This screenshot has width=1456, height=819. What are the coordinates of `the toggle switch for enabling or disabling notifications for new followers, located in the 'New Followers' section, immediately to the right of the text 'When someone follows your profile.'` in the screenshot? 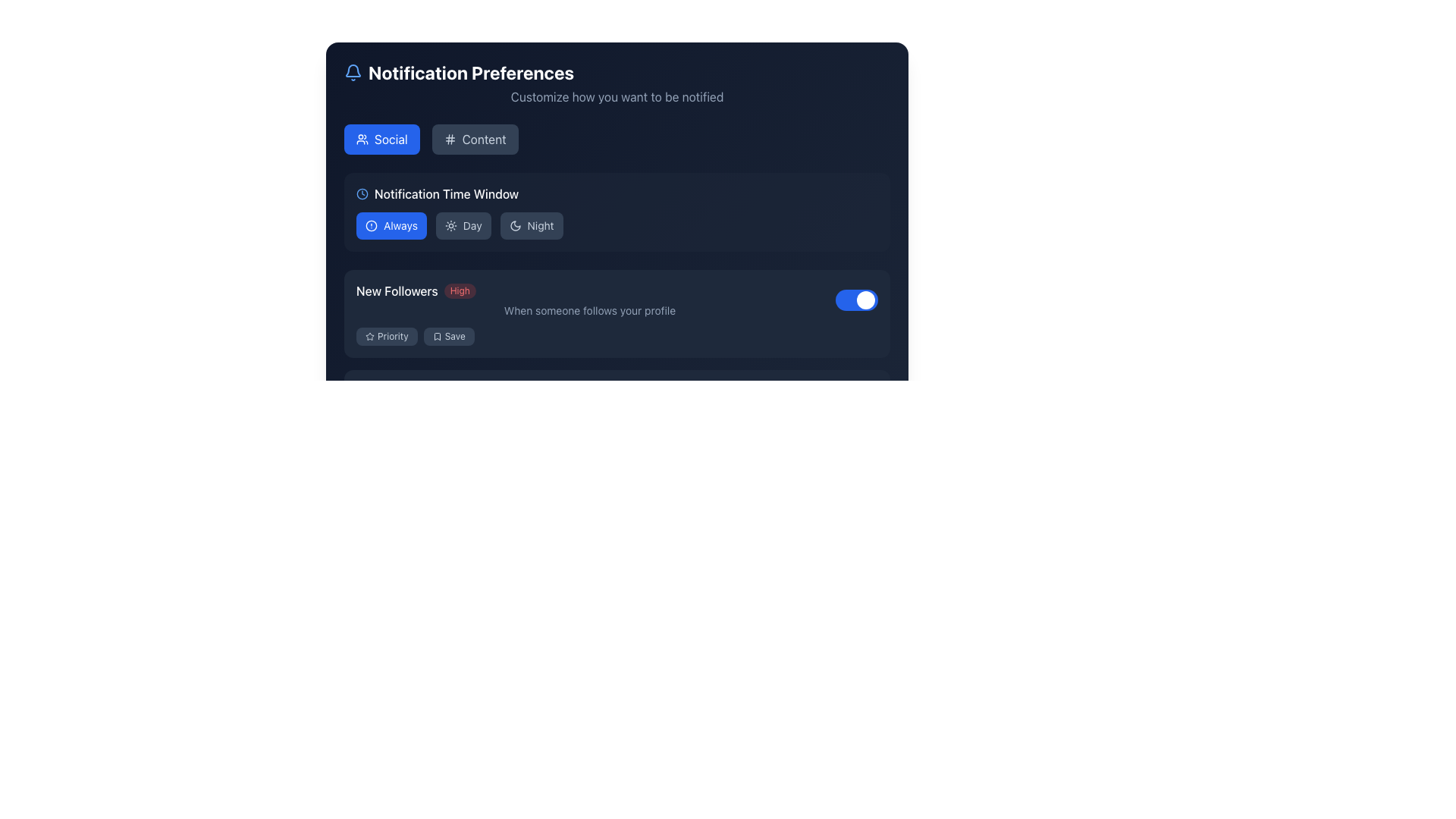 It's located at (856, 300).